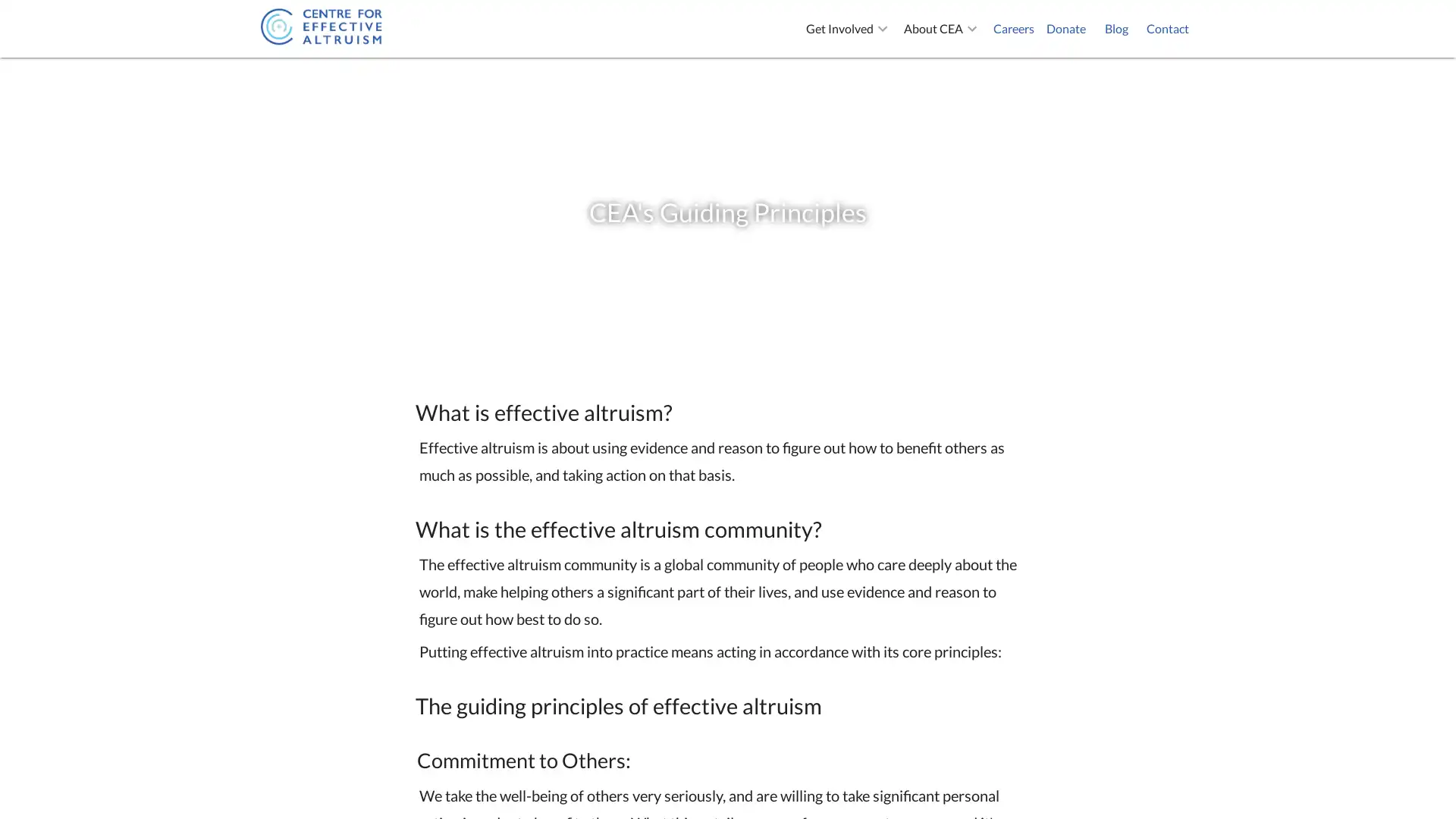  I want to click on About CEA, so click(942, 29).